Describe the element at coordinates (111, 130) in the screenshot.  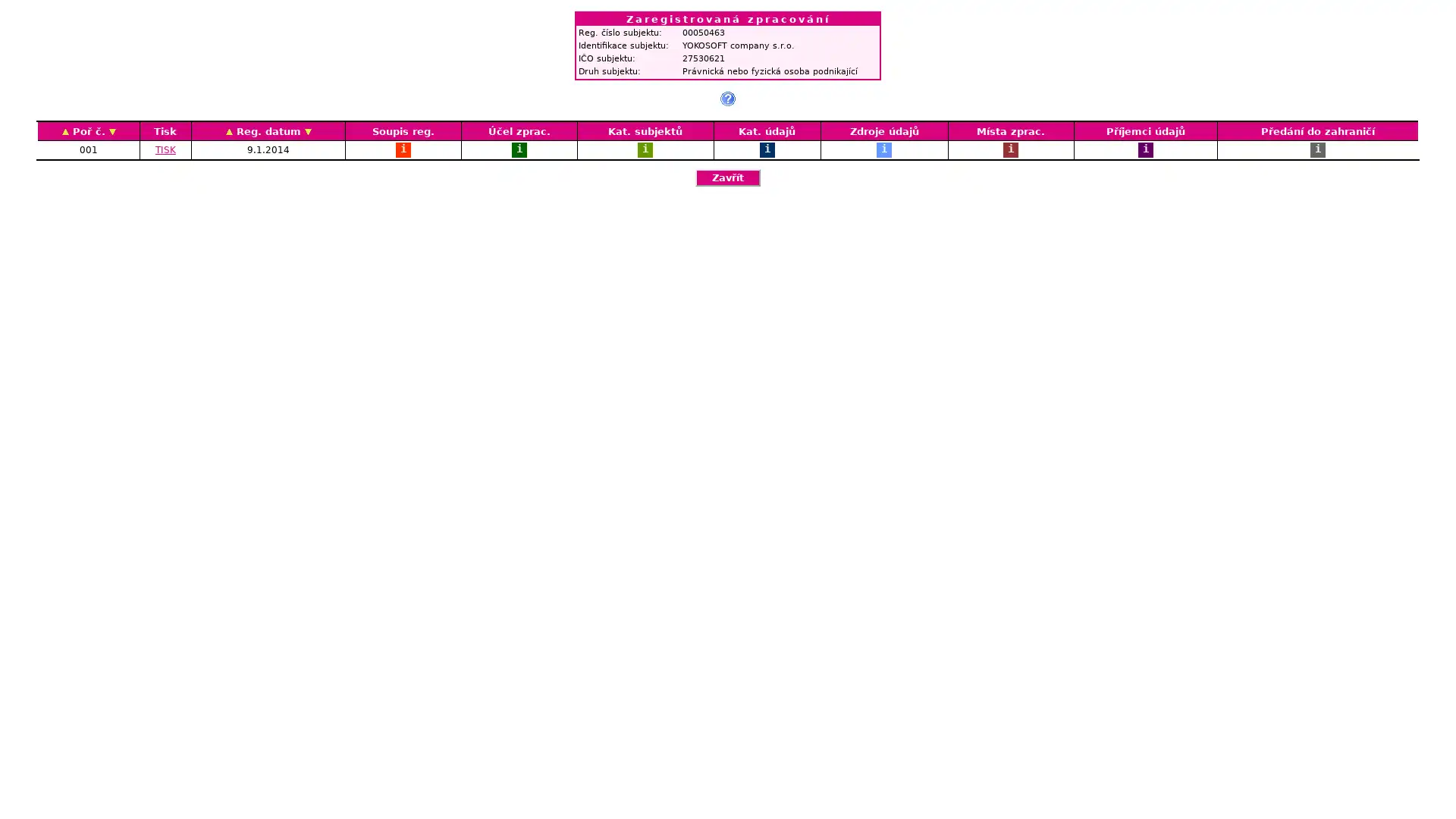
I see `ZA` at that location.